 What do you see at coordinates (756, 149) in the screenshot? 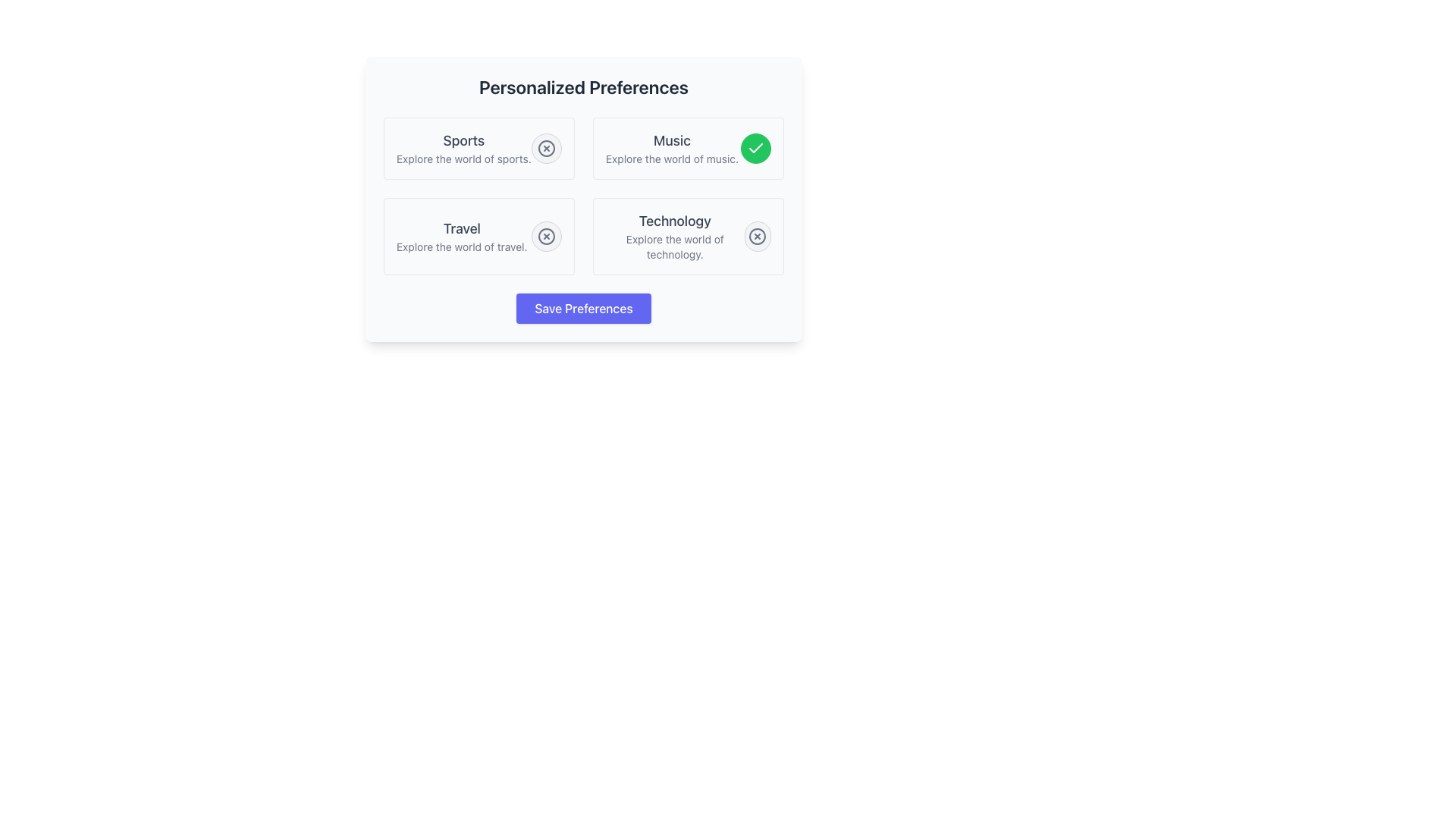
I see `the green circular selection indicator in the top-right corner of the 'Music' preference card to deselect the preference` at bounding box center [756, 149].